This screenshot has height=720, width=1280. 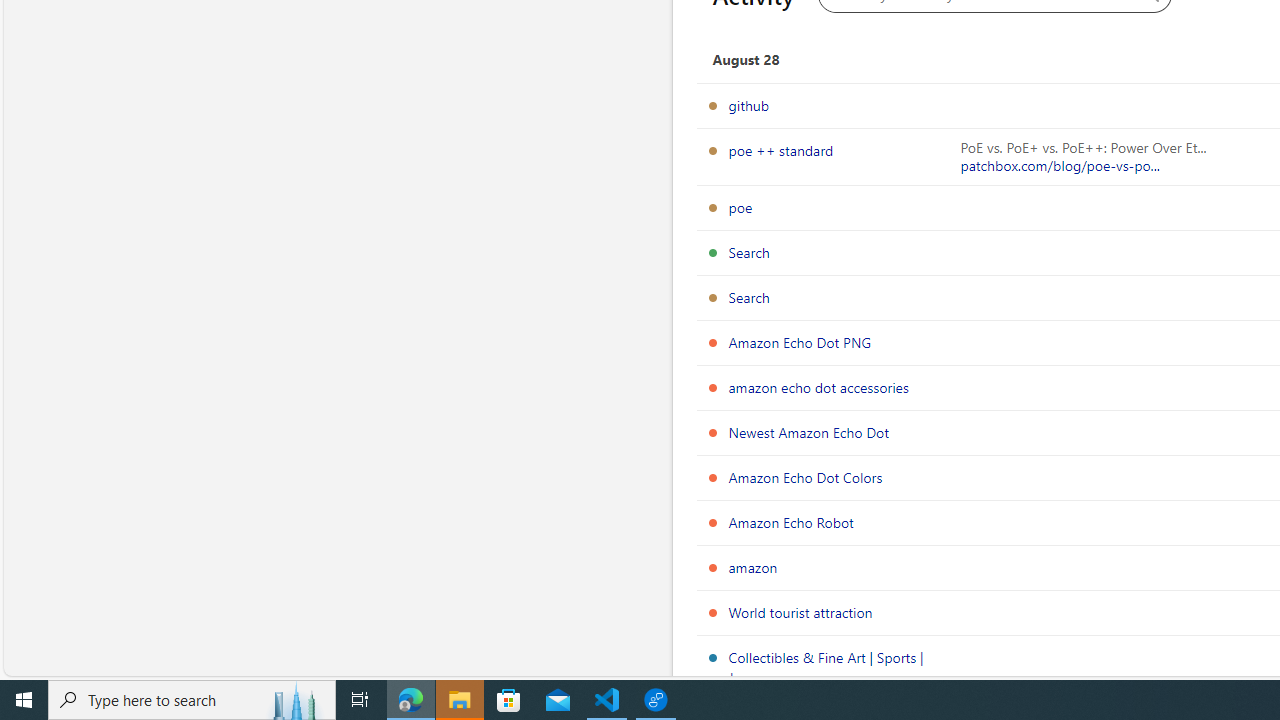 What do you see at coordinates (800, 611) in the screenshot?
I see `'World tourist attraction'` at bounding box center [800, 611].